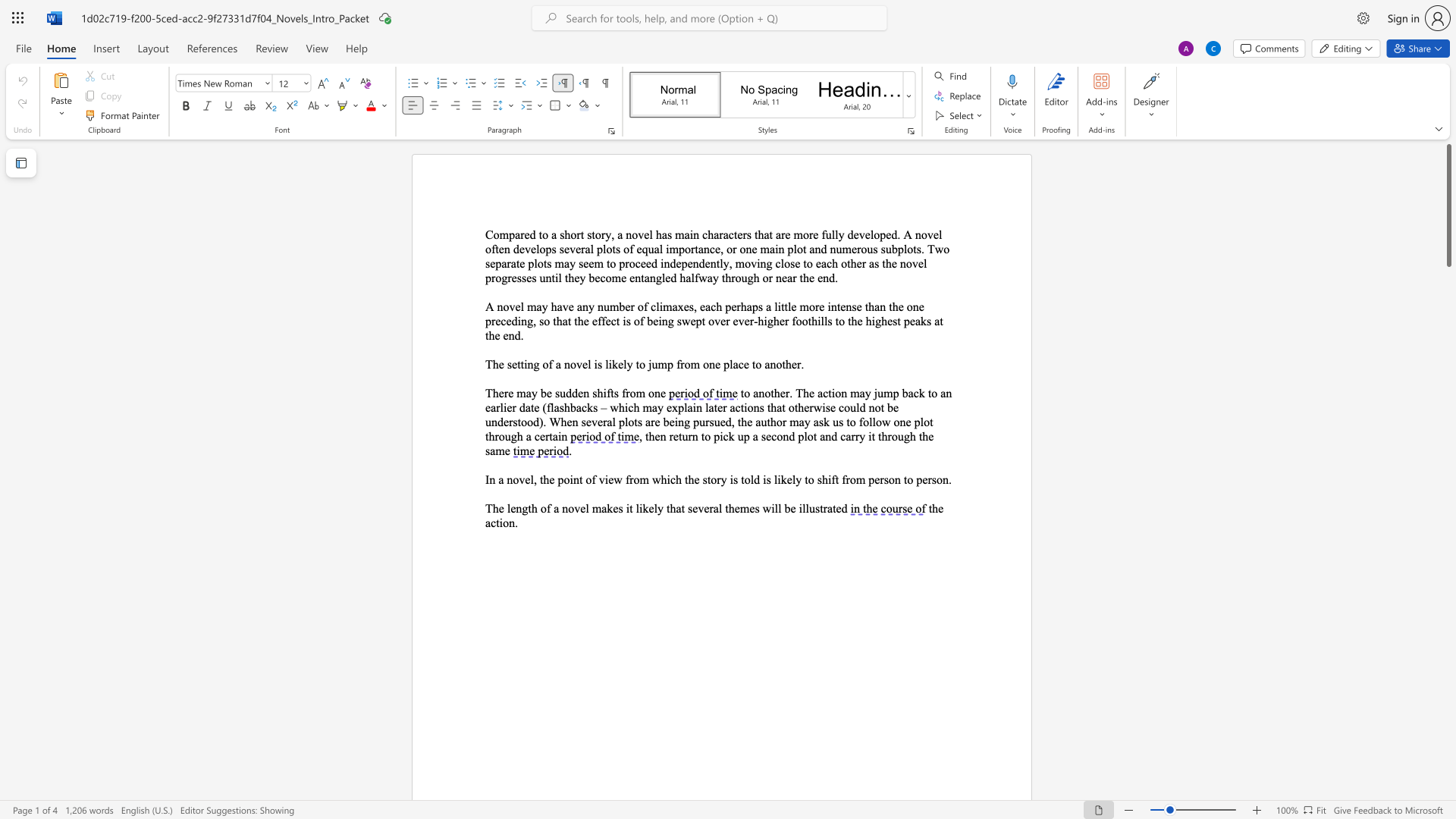 The height and width of the screenshot is (819, 1456). Describe the element at coordinates (655, 306) in the screenshot. I see `the space between the continuous character "c" and "l" in the text` at that location.